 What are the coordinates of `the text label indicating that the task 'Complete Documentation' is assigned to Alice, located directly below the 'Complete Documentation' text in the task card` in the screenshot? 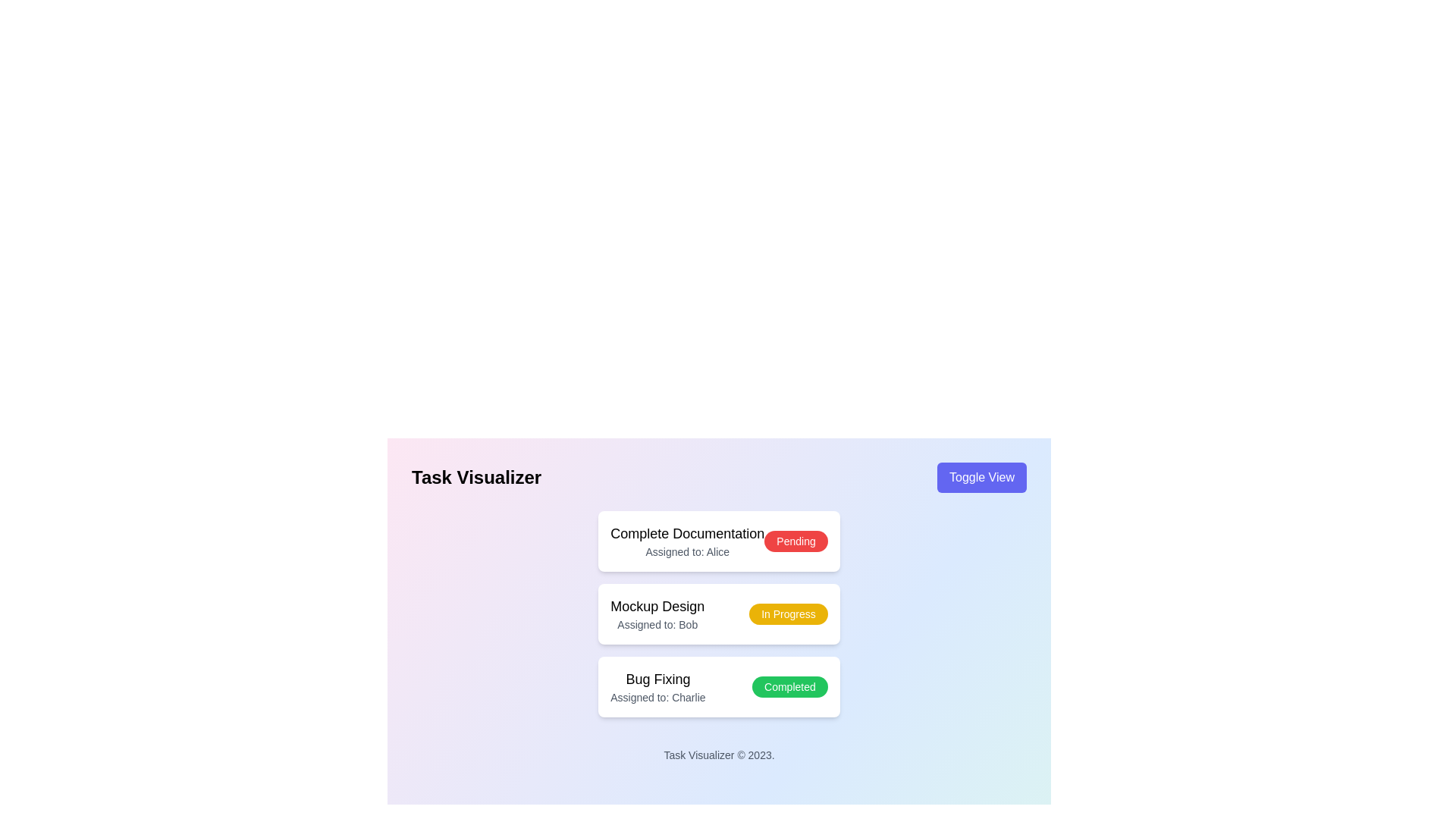 It's located at (686, 552).